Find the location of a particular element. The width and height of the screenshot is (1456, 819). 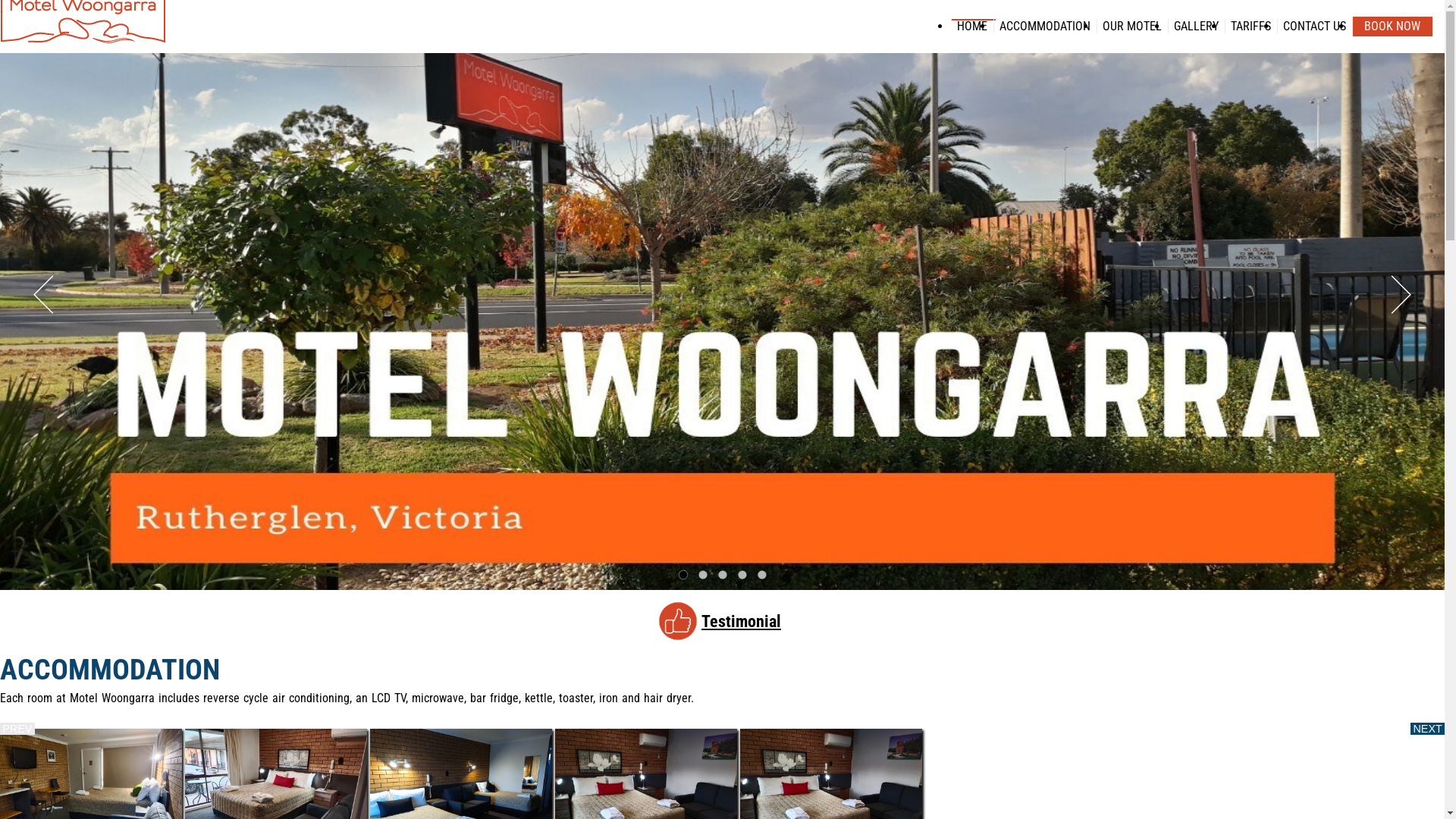

'TARIFFS' is located at coordinates (1224, 26).